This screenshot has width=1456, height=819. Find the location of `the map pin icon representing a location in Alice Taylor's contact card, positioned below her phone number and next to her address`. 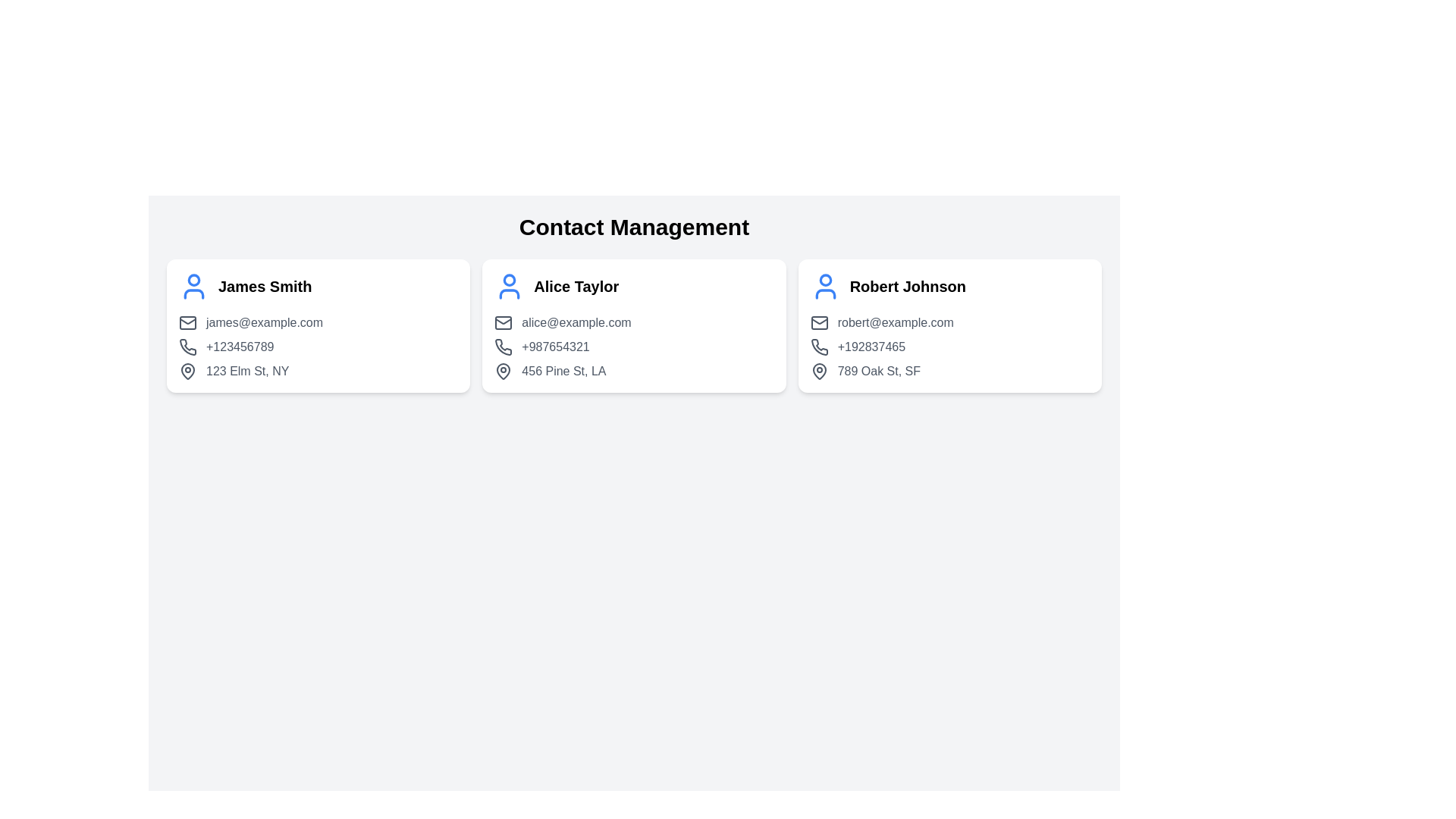

the map pin icon representing a location in Alice Taylor's contact card, positioned below her phone number and next to her address is located at coordinates (504, 371).